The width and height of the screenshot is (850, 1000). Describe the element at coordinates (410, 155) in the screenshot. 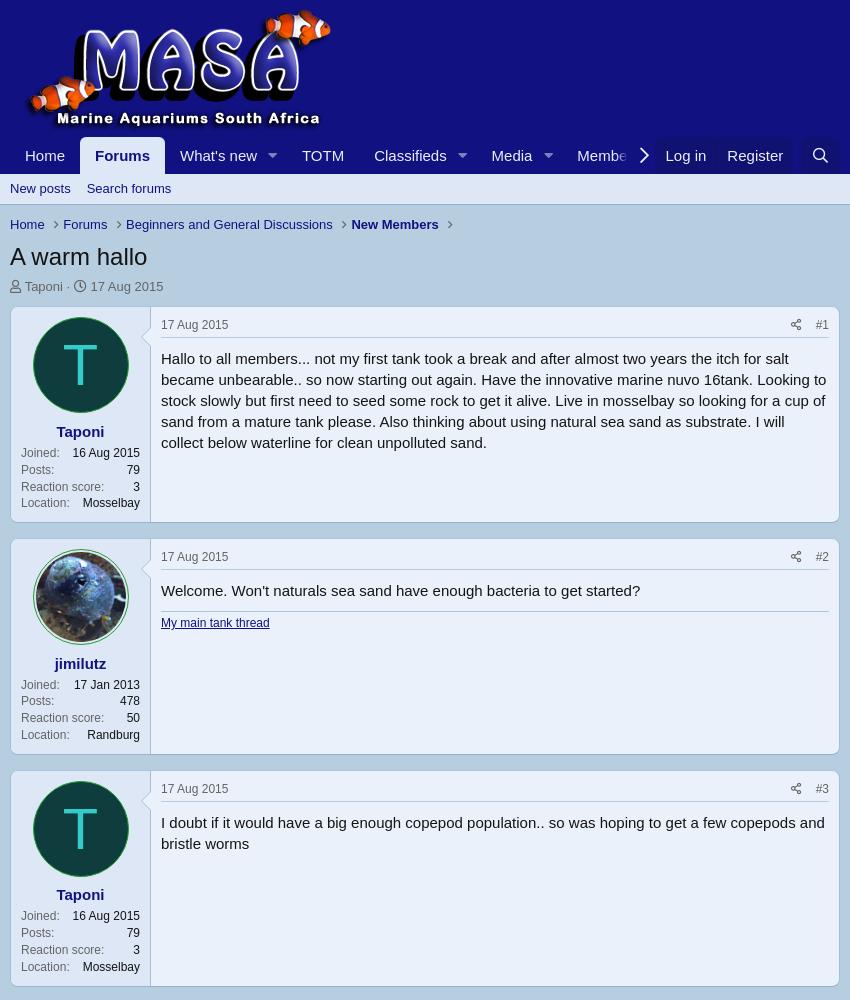

I see `'Classifieds'` at that location.